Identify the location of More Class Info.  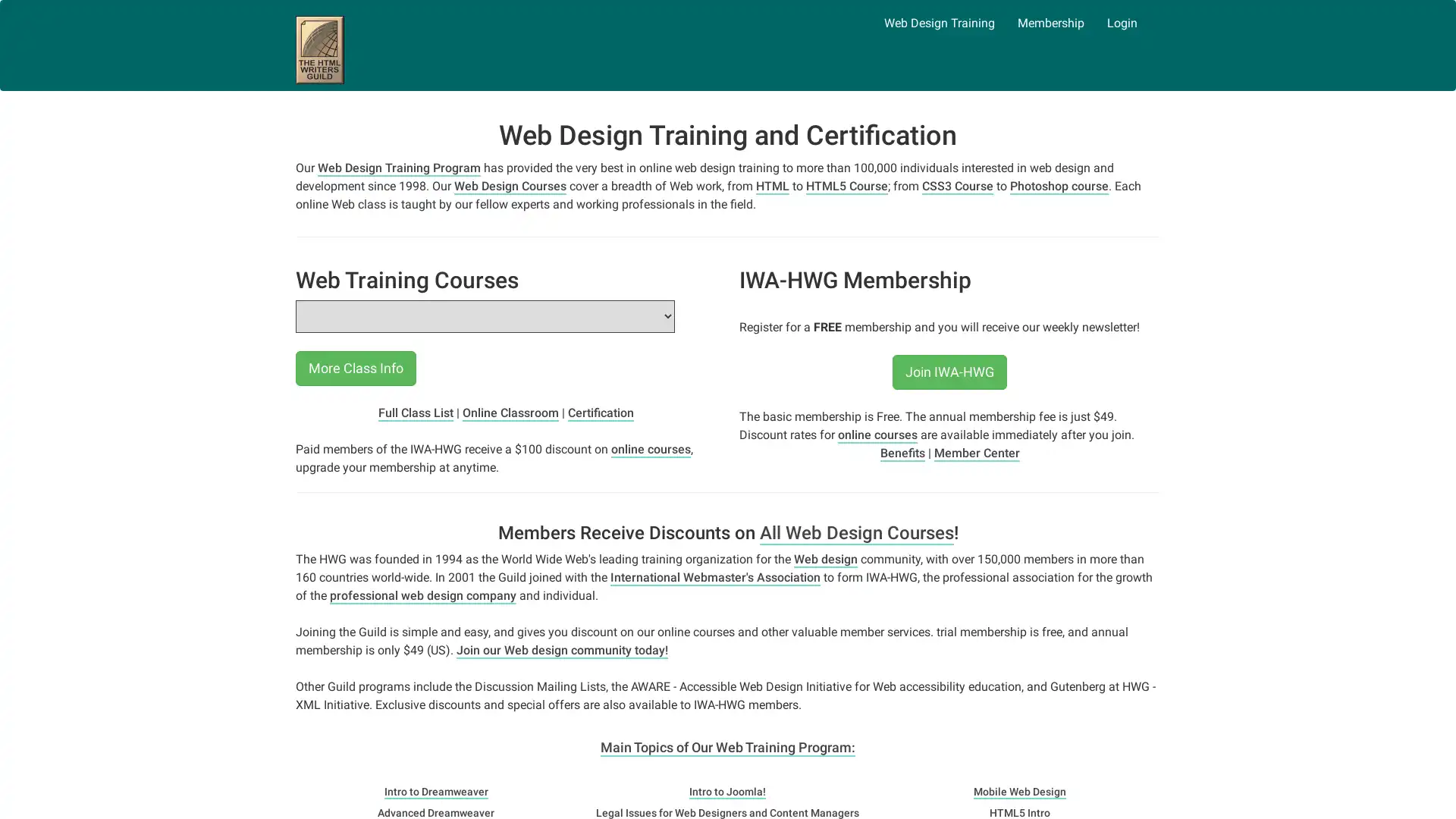
(355, 368).